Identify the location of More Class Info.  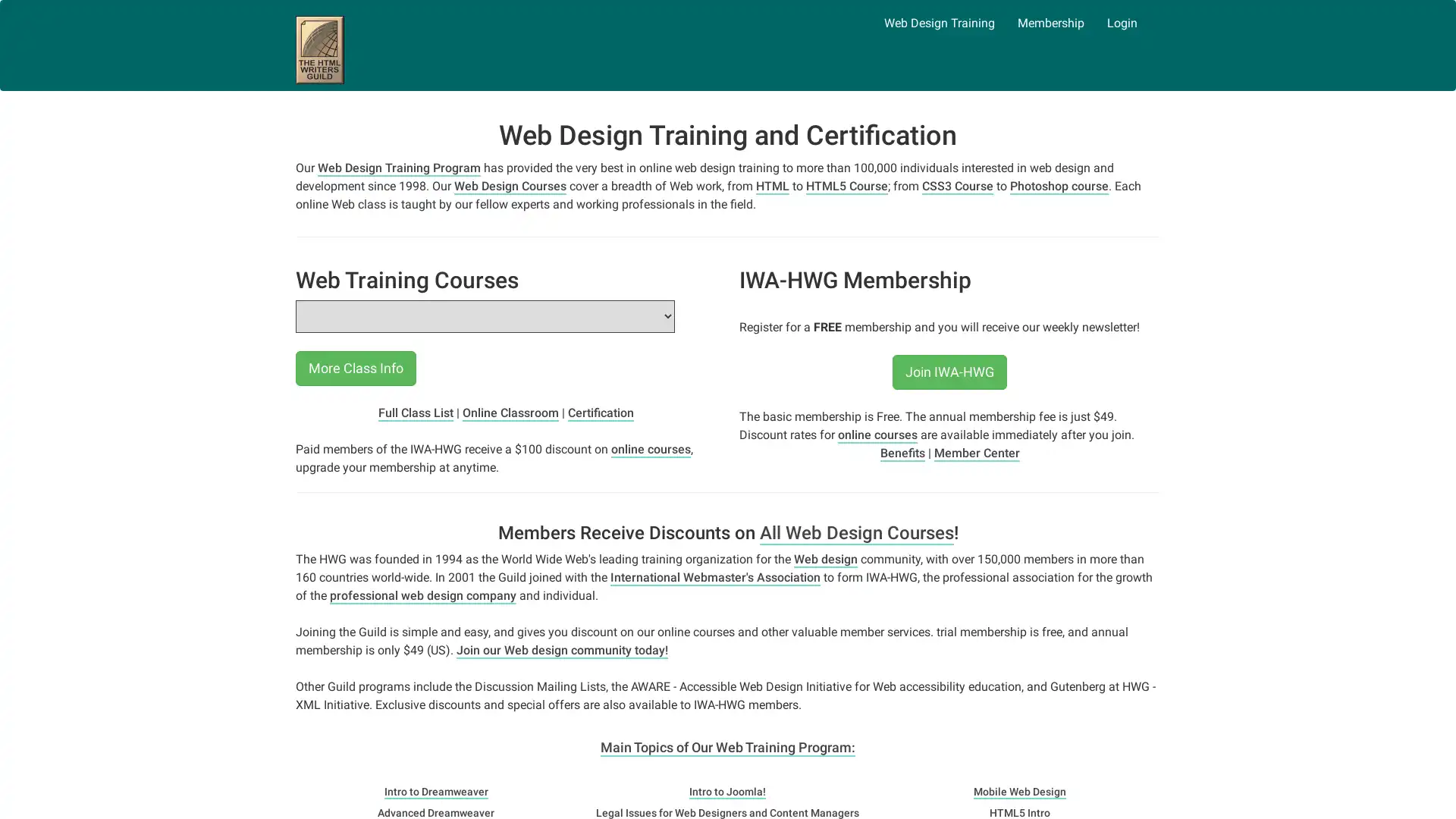
(355, 368).